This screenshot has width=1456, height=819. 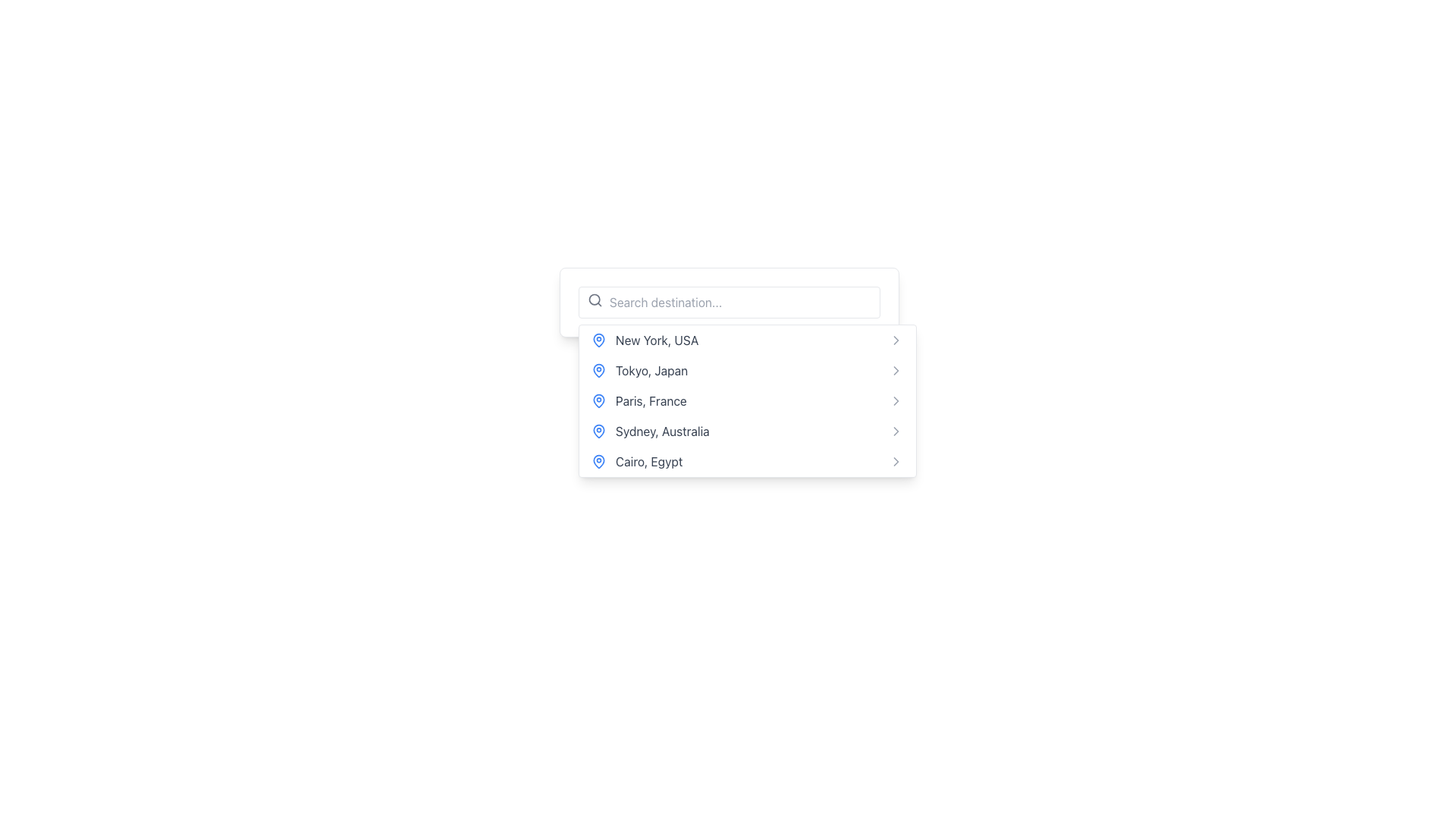 I want to click on the first location option in the dropdown menu beneath the search bar, so click(x=657, y=339).